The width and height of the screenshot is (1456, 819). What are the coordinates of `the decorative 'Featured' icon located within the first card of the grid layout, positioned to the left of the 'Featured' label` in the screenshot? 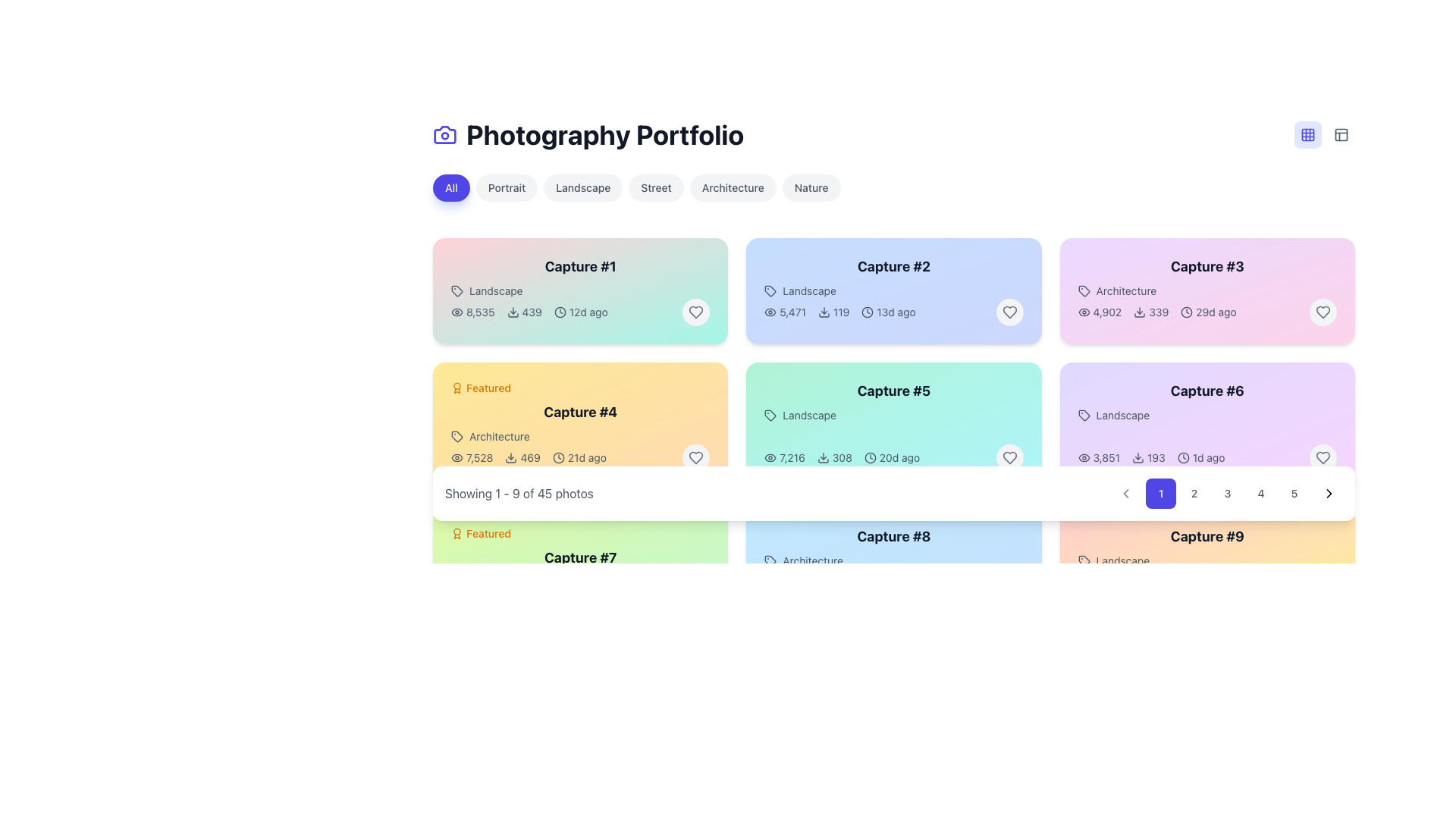 It's located at (457, 533).